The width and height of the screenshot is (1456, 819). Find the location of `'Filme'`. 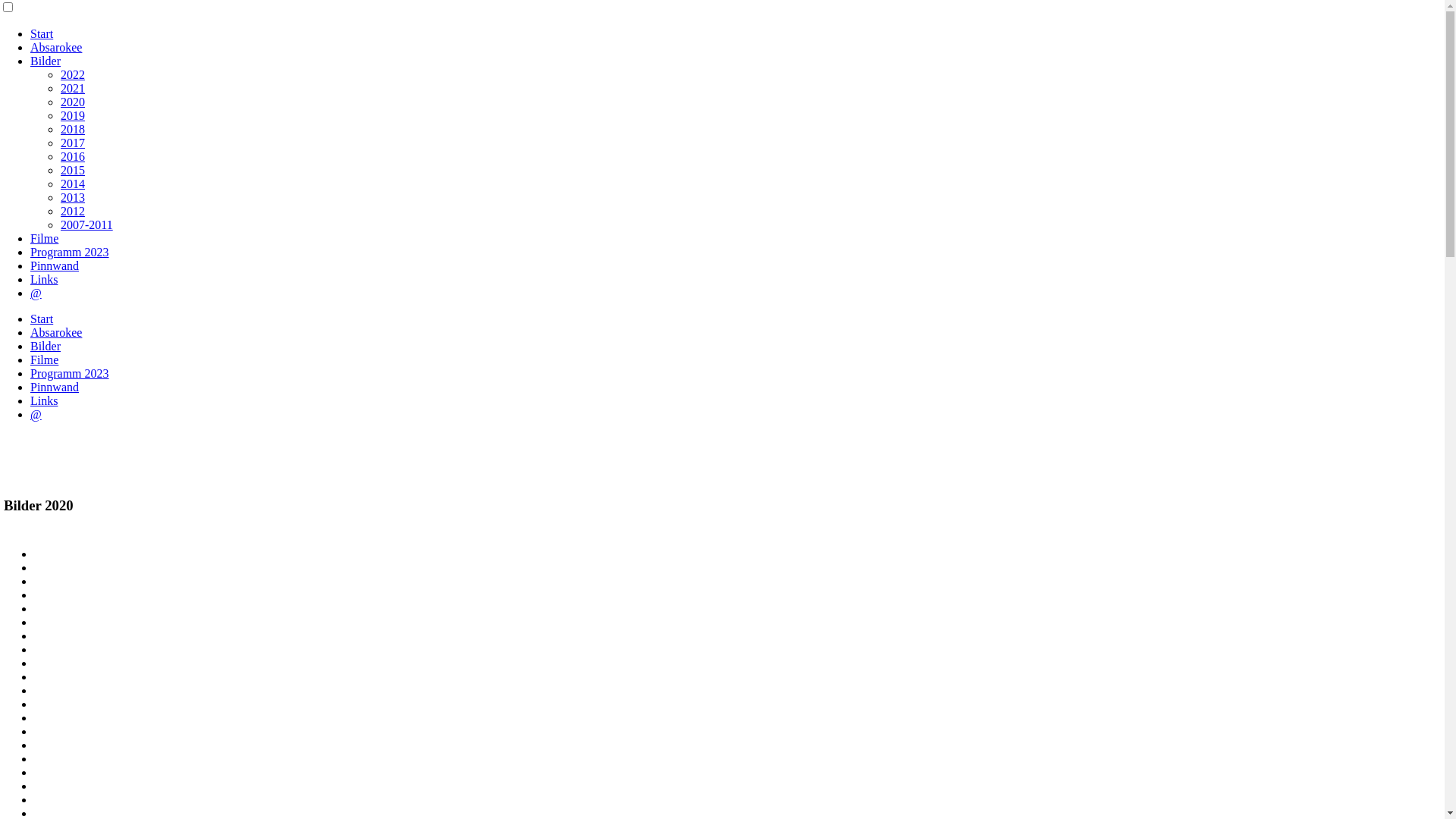

'Filme' is located at coordinates (30, 359).